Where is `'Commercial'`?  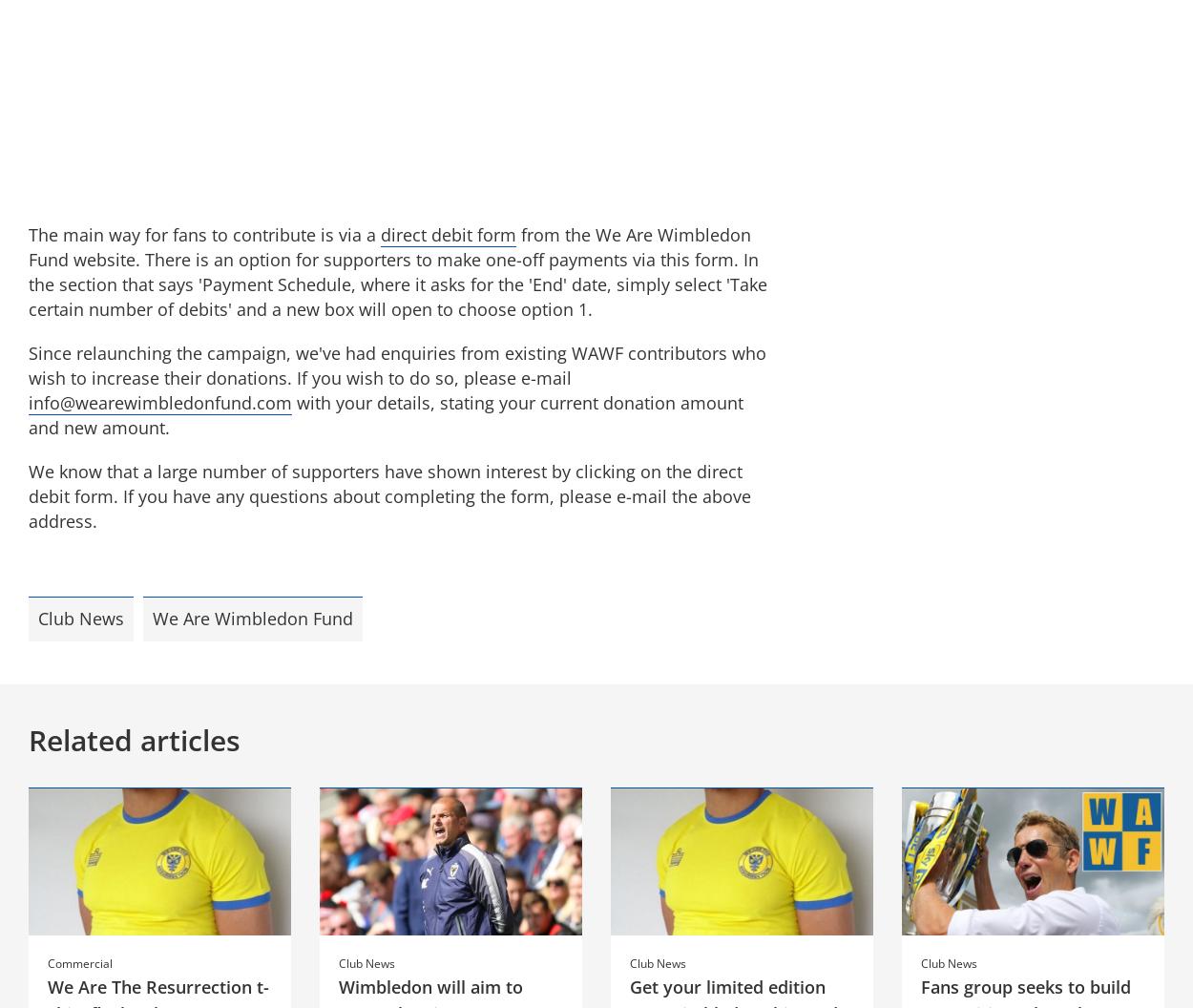
'Commercial' is located at coordinates (79, 961).